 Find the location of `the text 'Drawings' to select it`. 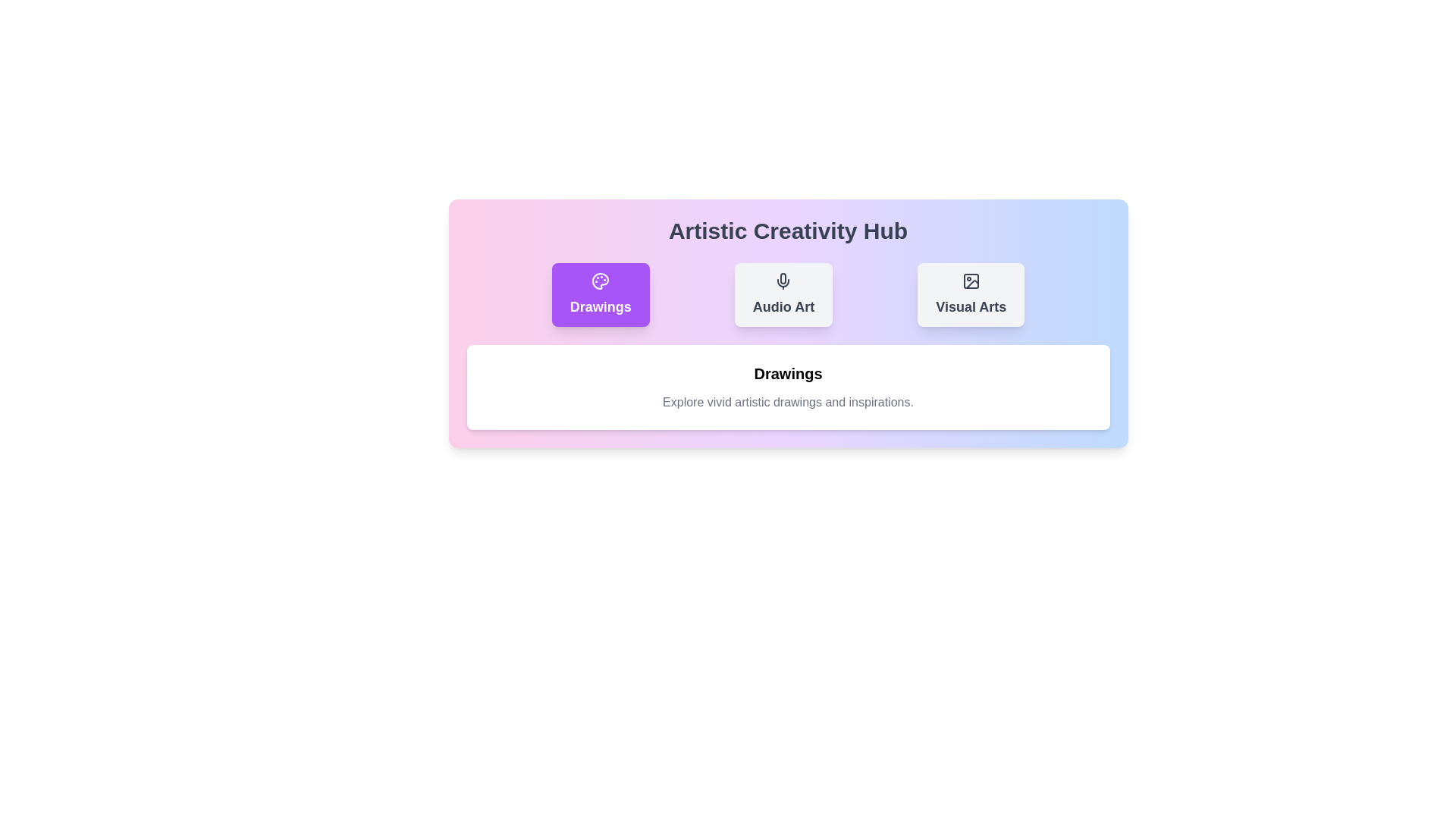

the text 'Drawings' to select it is located at coordinates (600, 307).